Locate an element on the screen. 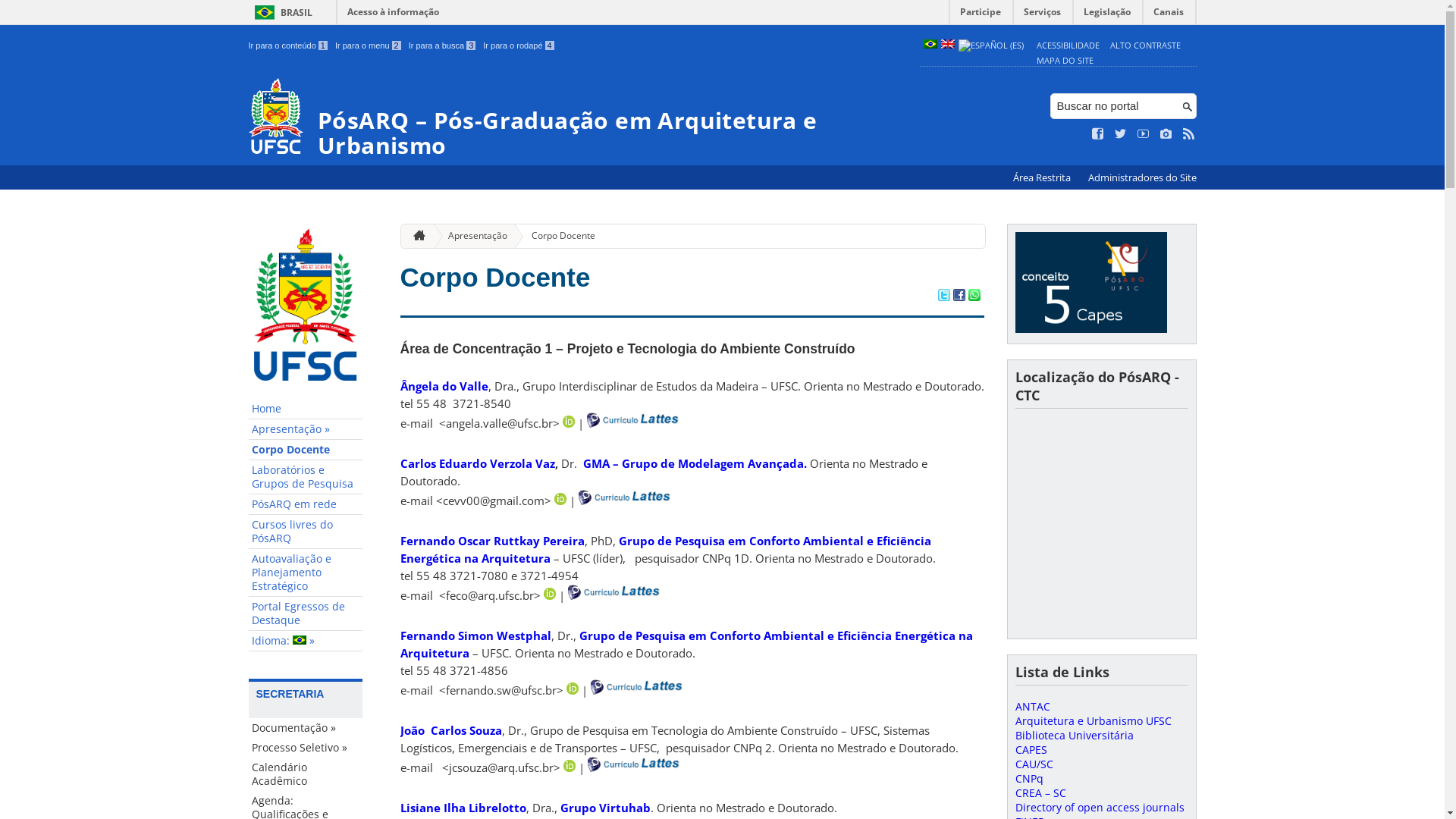  'Carlos Eduardo Verzola Vaz' is located at coordinates (476, 462).